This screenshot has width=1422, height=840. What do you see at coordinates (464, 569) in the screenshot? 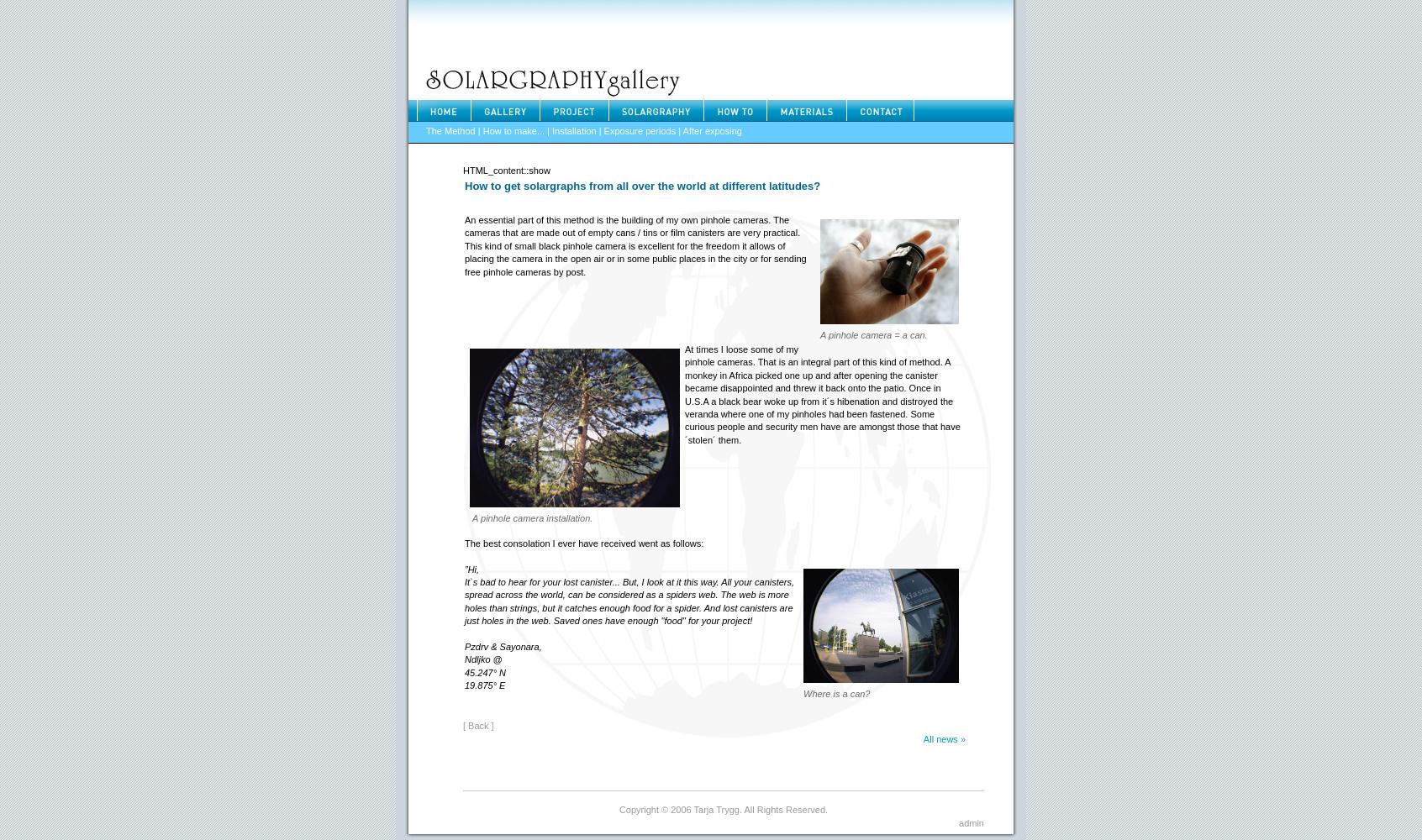
I see `'”Hi,'` at bounding box center [464, 569].